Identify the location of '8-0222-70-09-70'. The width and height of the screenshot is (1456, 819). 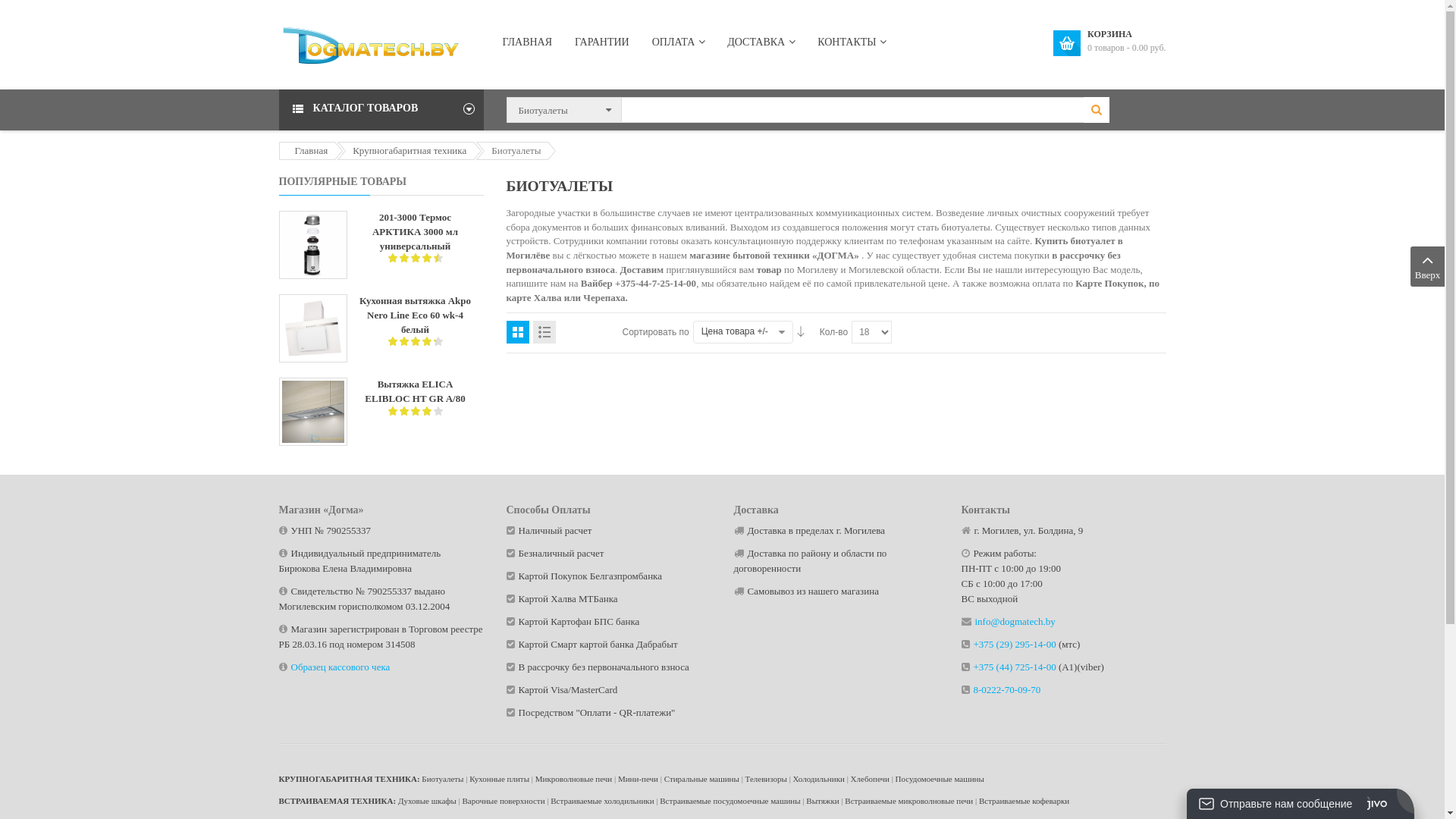
(1007, 689).